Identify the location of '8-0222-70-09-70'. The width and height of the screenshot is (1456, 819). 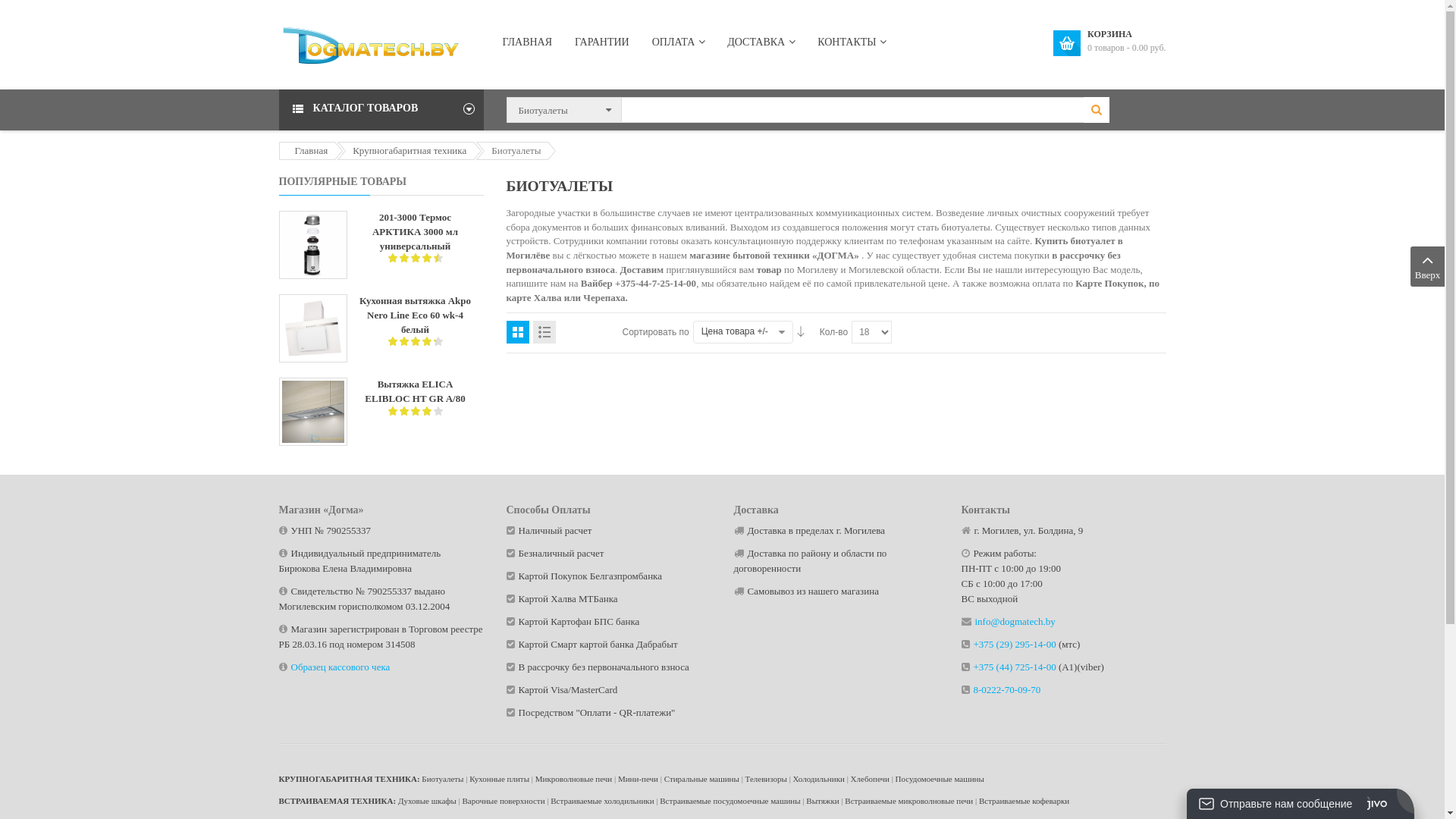
(1007, 689).